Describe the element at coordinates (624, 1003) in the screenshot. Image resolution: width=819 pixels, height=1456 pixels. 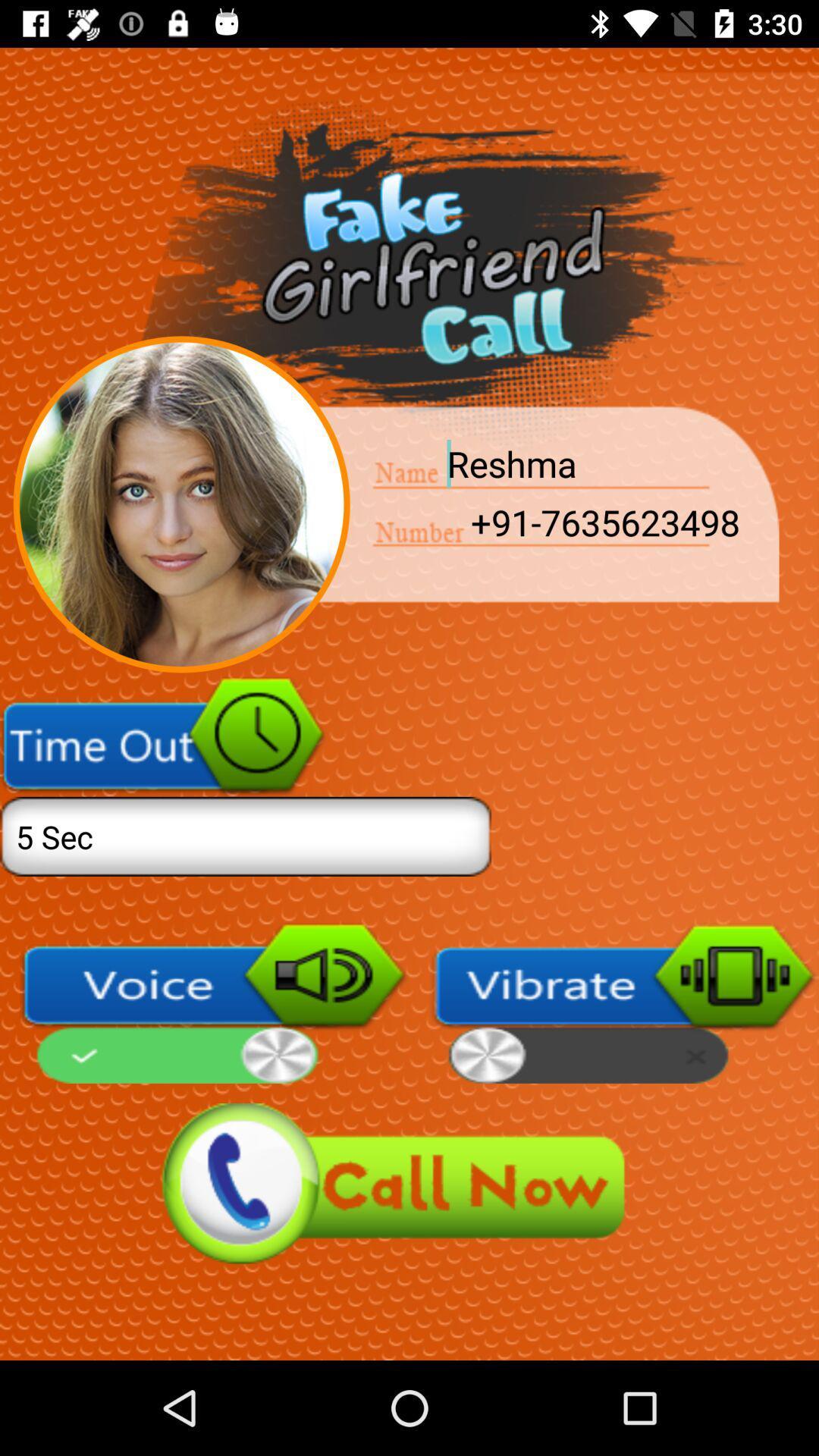
I see `vibrate option` at that location.